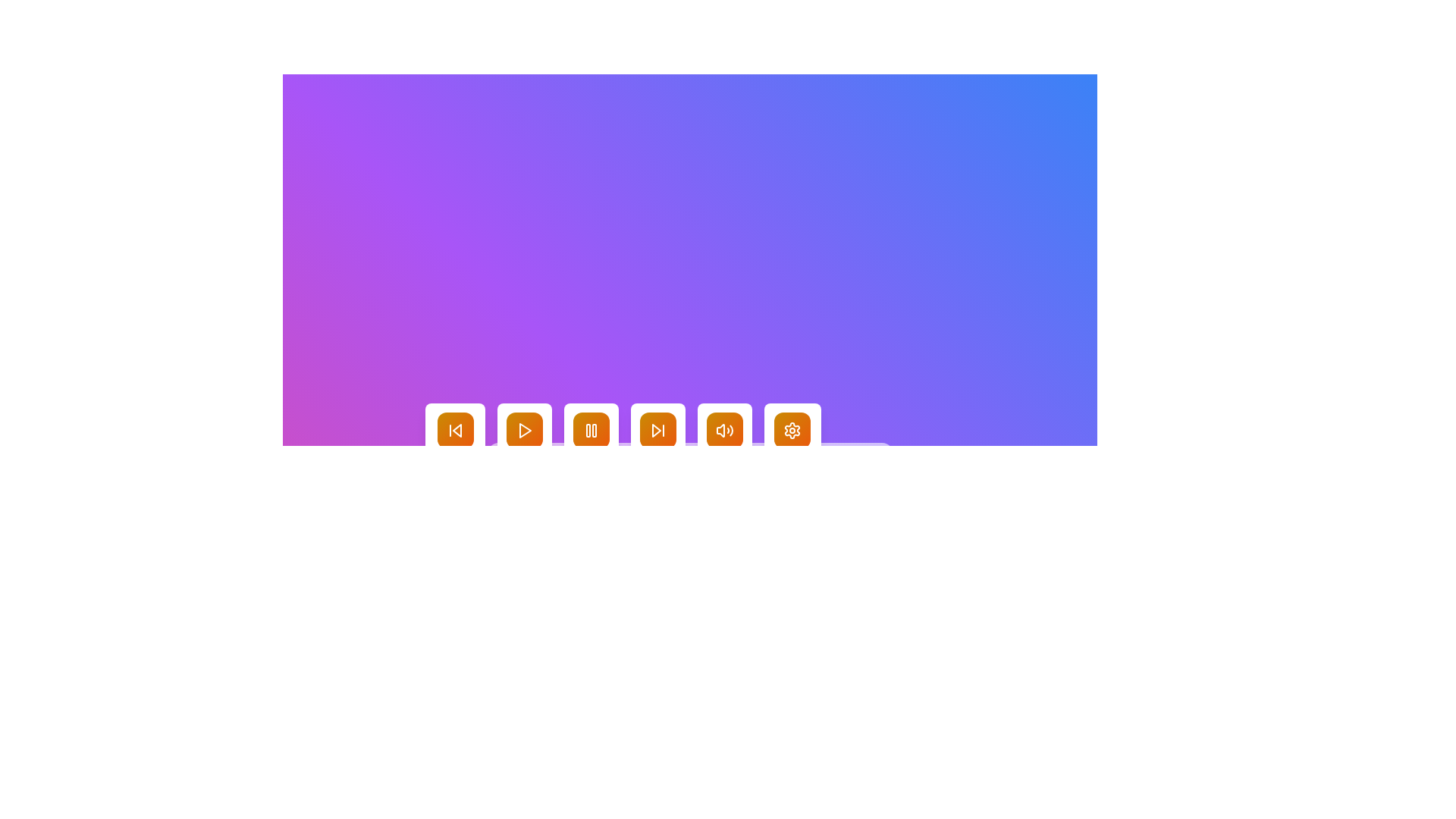 This screenshot has width=1456, height=819. Describe the element at coordinates (656, 430) in the screenshot. I see `the right-pointing triangular play button with a bold white outline and an orange fill, which is centrally located within the control panel row` at that location.